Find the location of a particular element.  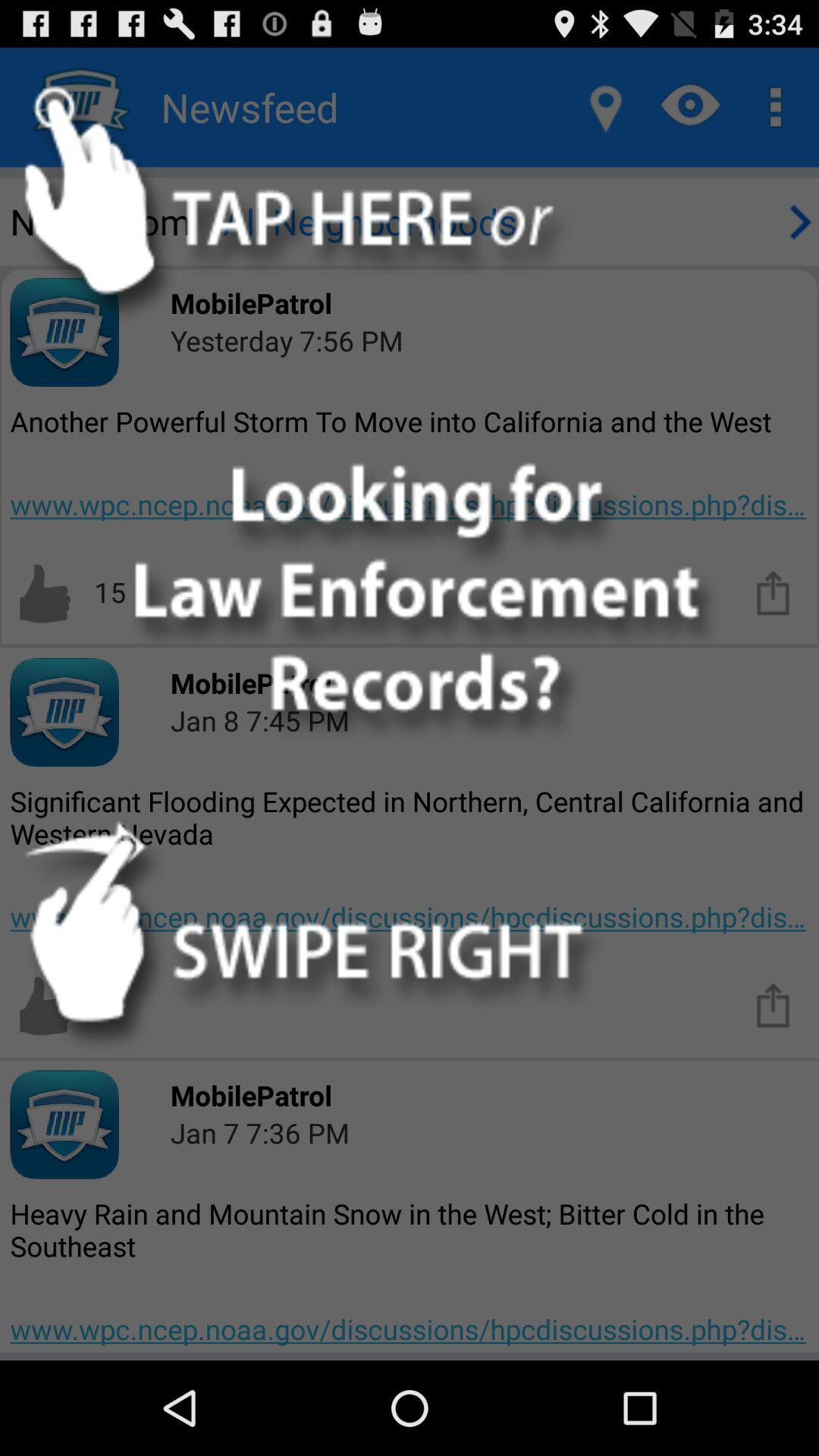

share the article is located at coordinates (773, 1004).